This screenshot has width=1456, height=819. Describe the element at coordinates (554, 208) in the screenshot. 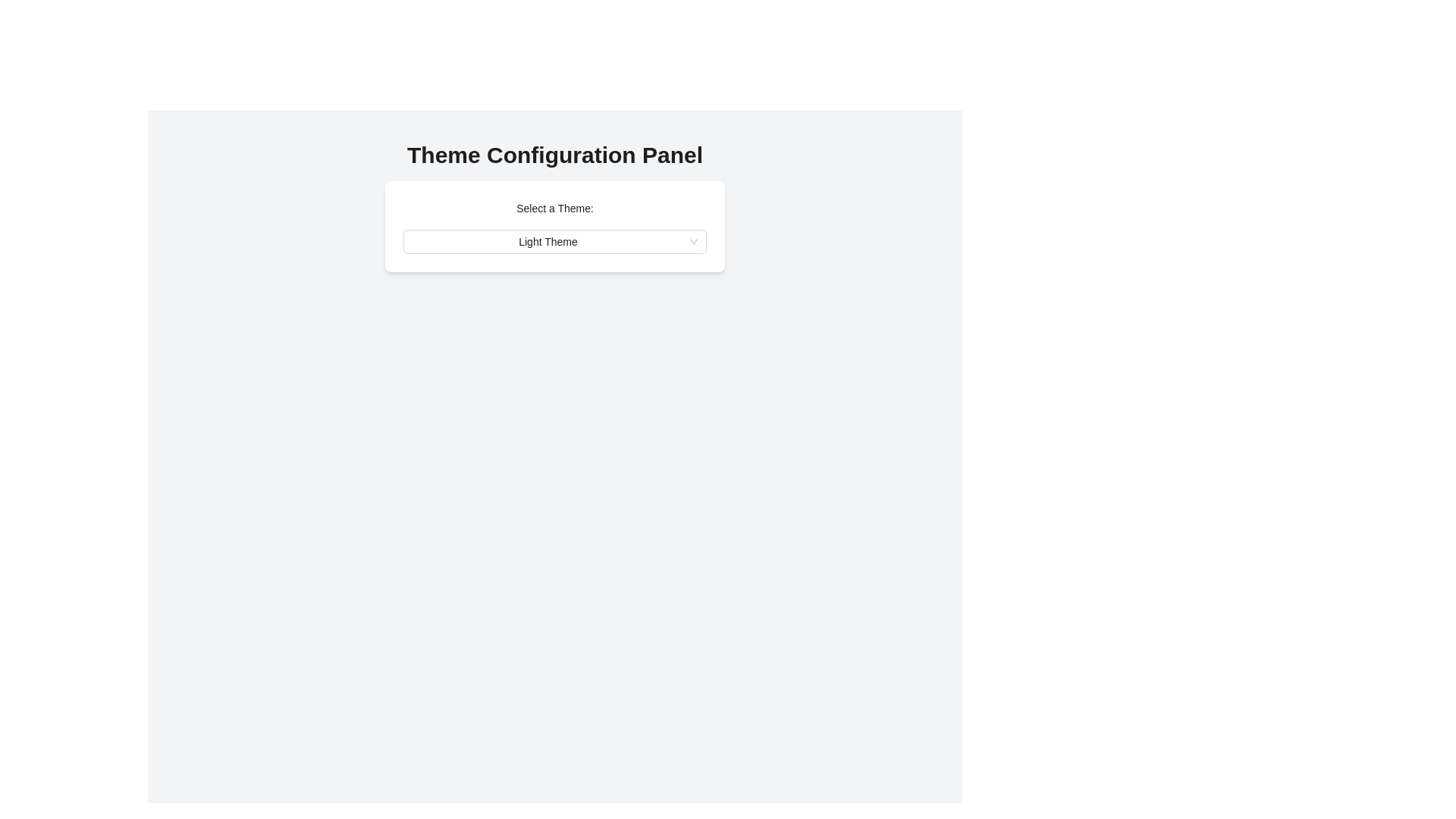

I see `the static text label saying 'Select a Theme:' that is centrally located within a white card-like structure above the dropdown menu labeled 'Light Theme'` at that location.